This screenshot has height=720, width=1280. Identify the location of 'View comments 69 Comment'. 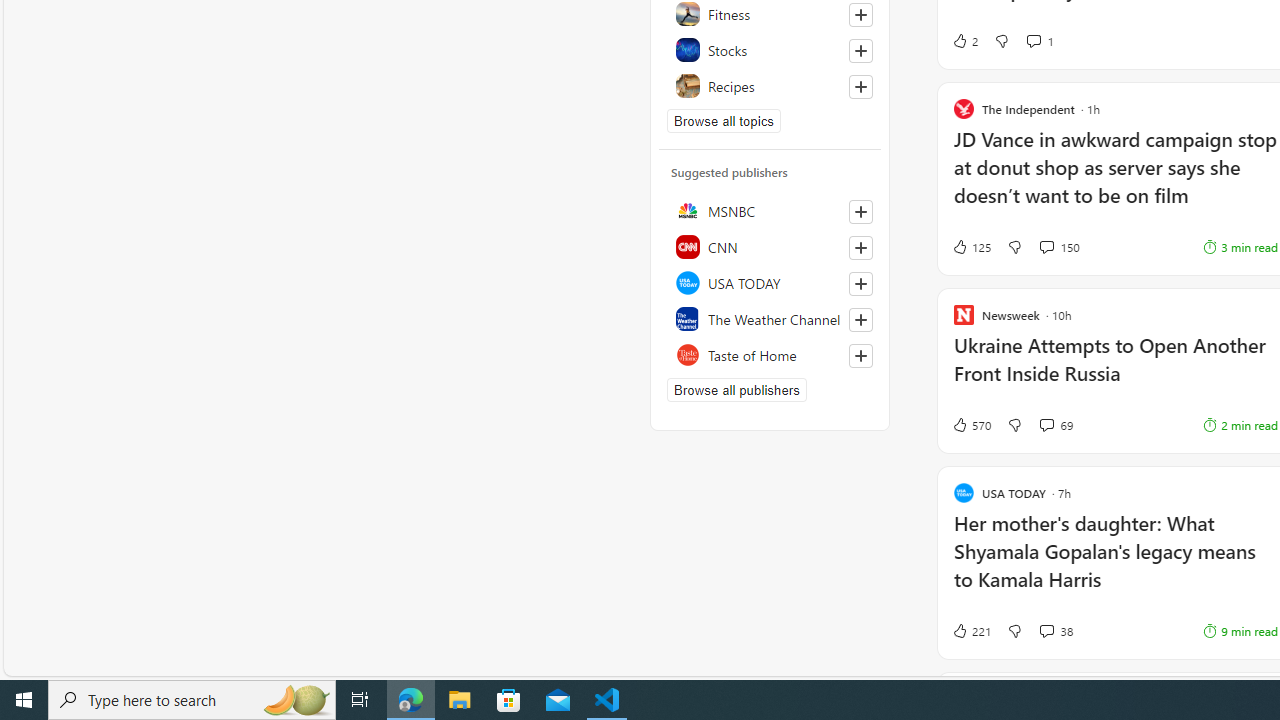
(1045, 423).